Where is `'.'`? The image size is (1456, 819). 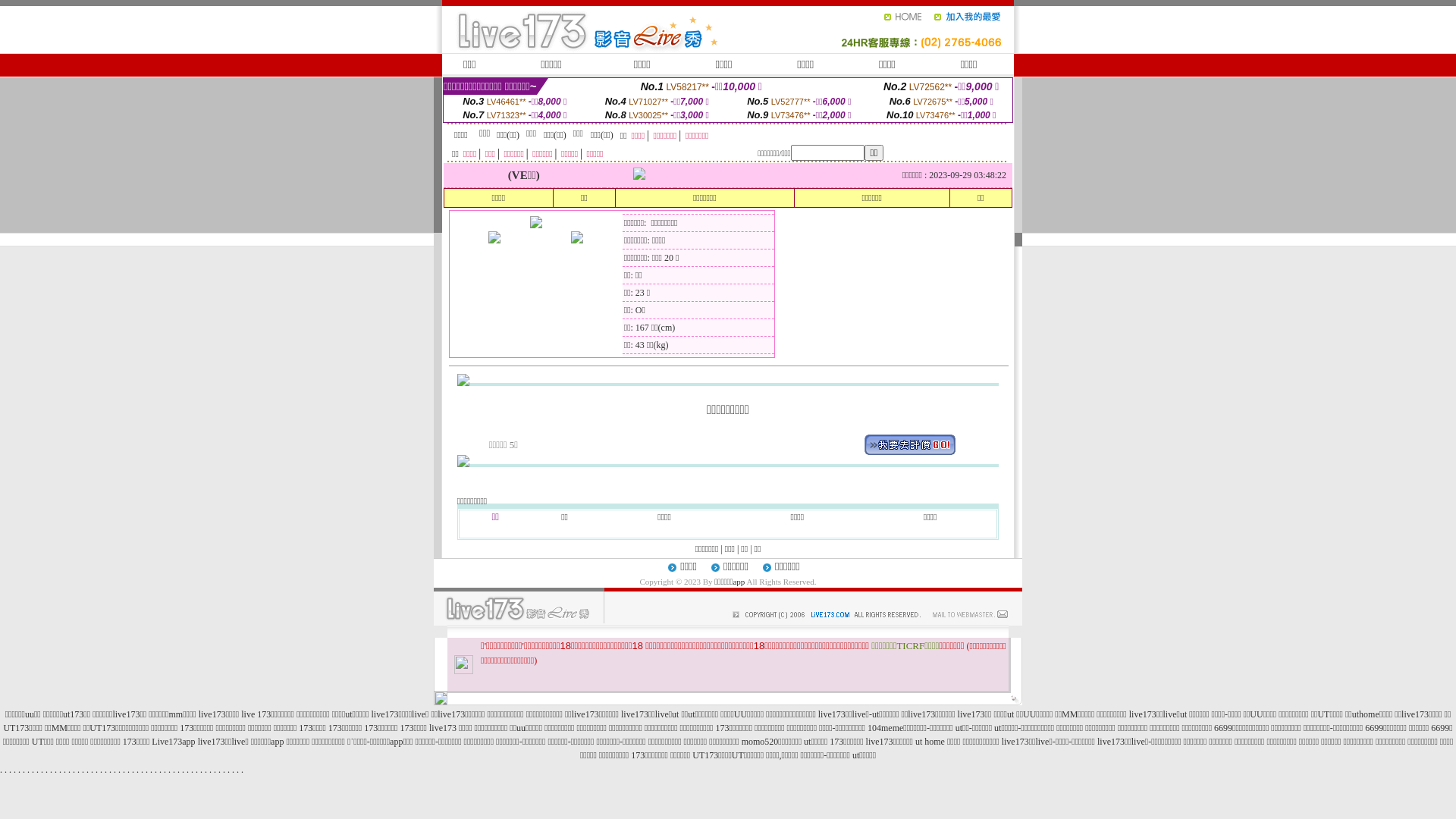
'.' is located at coordinates (190, 769).